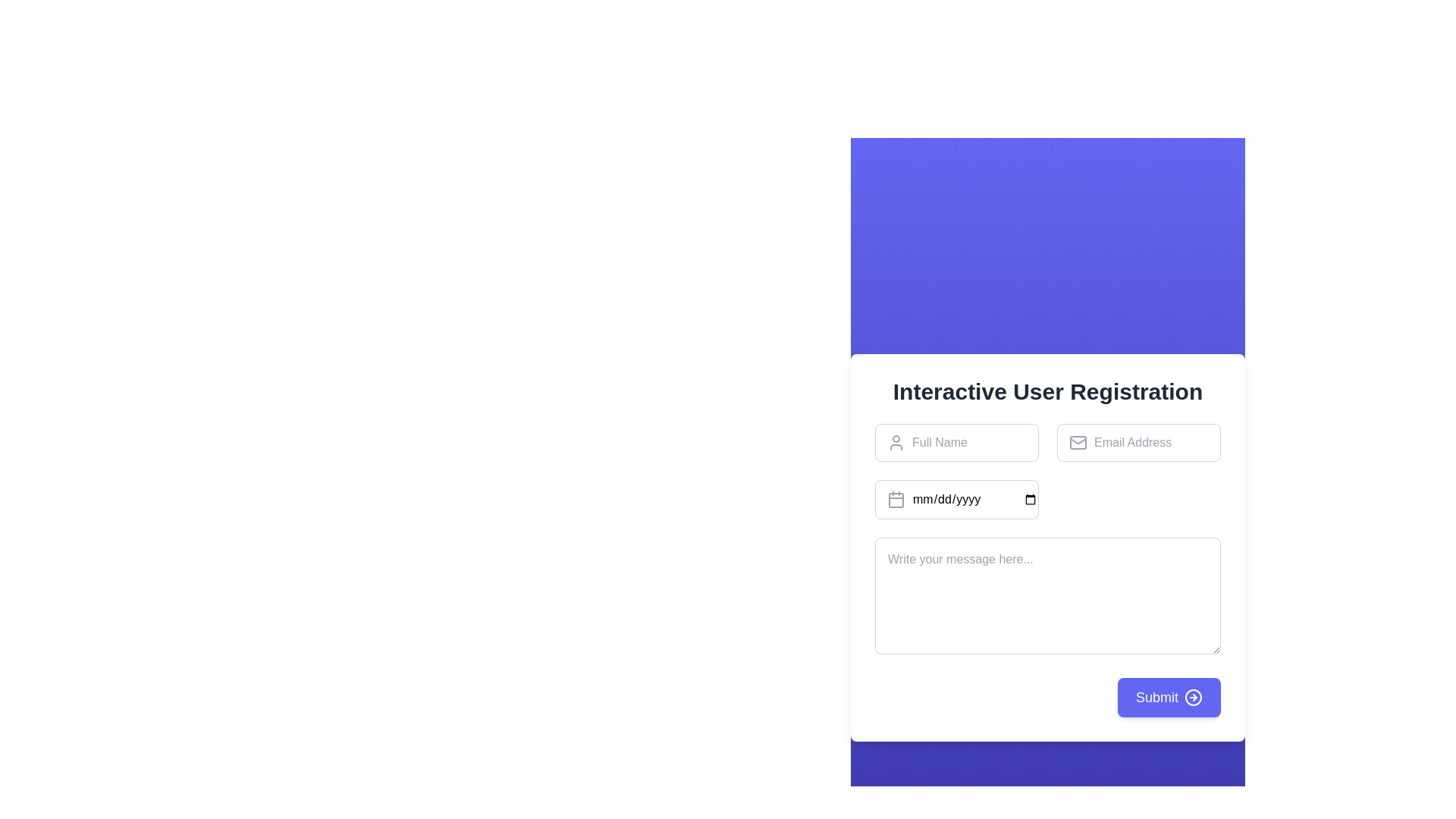  What do you see at coordinates (956, 499) in the screenshot?
I see `the date` at bounding box center [956, 499].